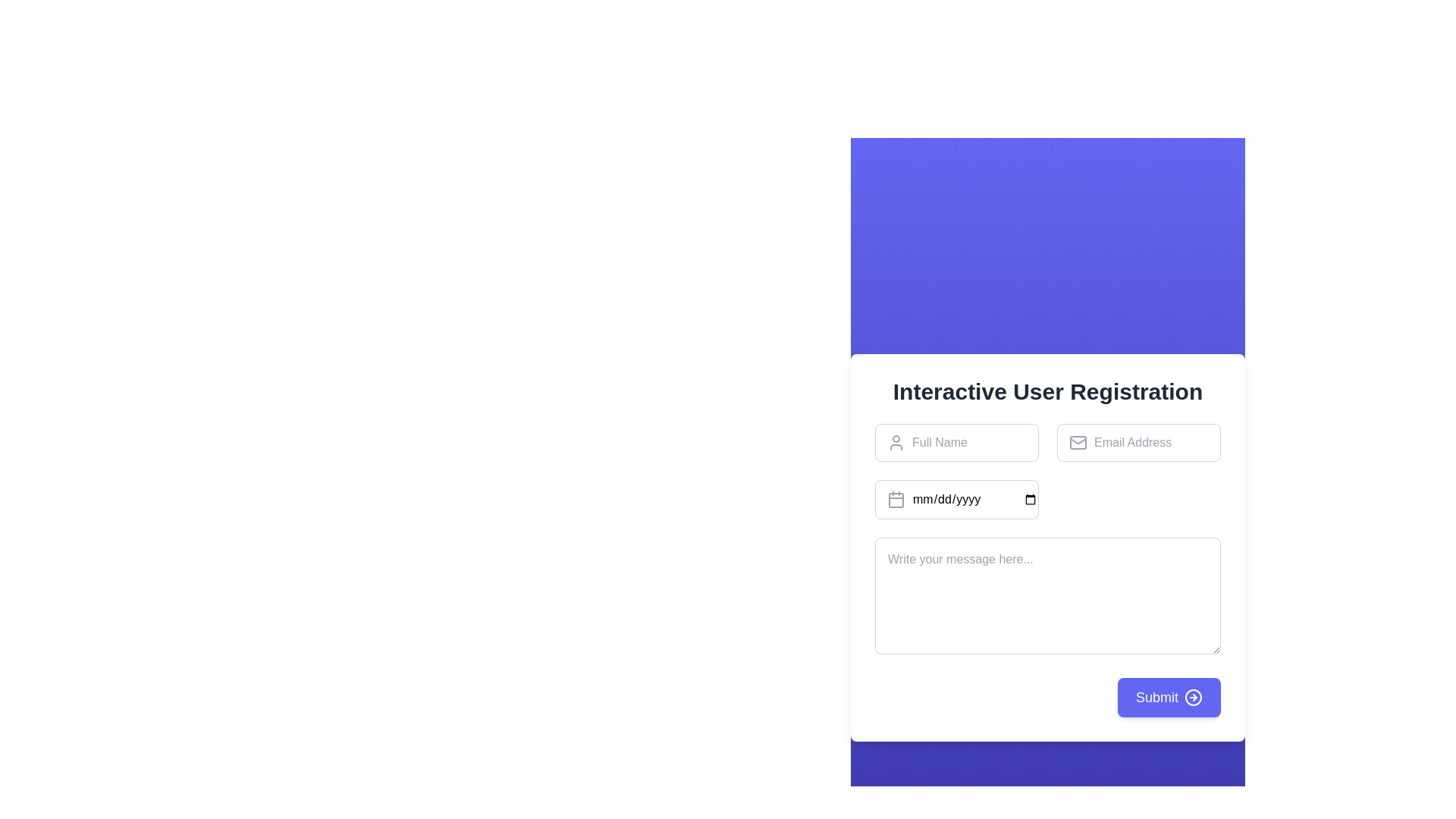  What do you see at coordinates (956, 499) in the screenshot?
I see `the date` at bounding box center [956, 499].